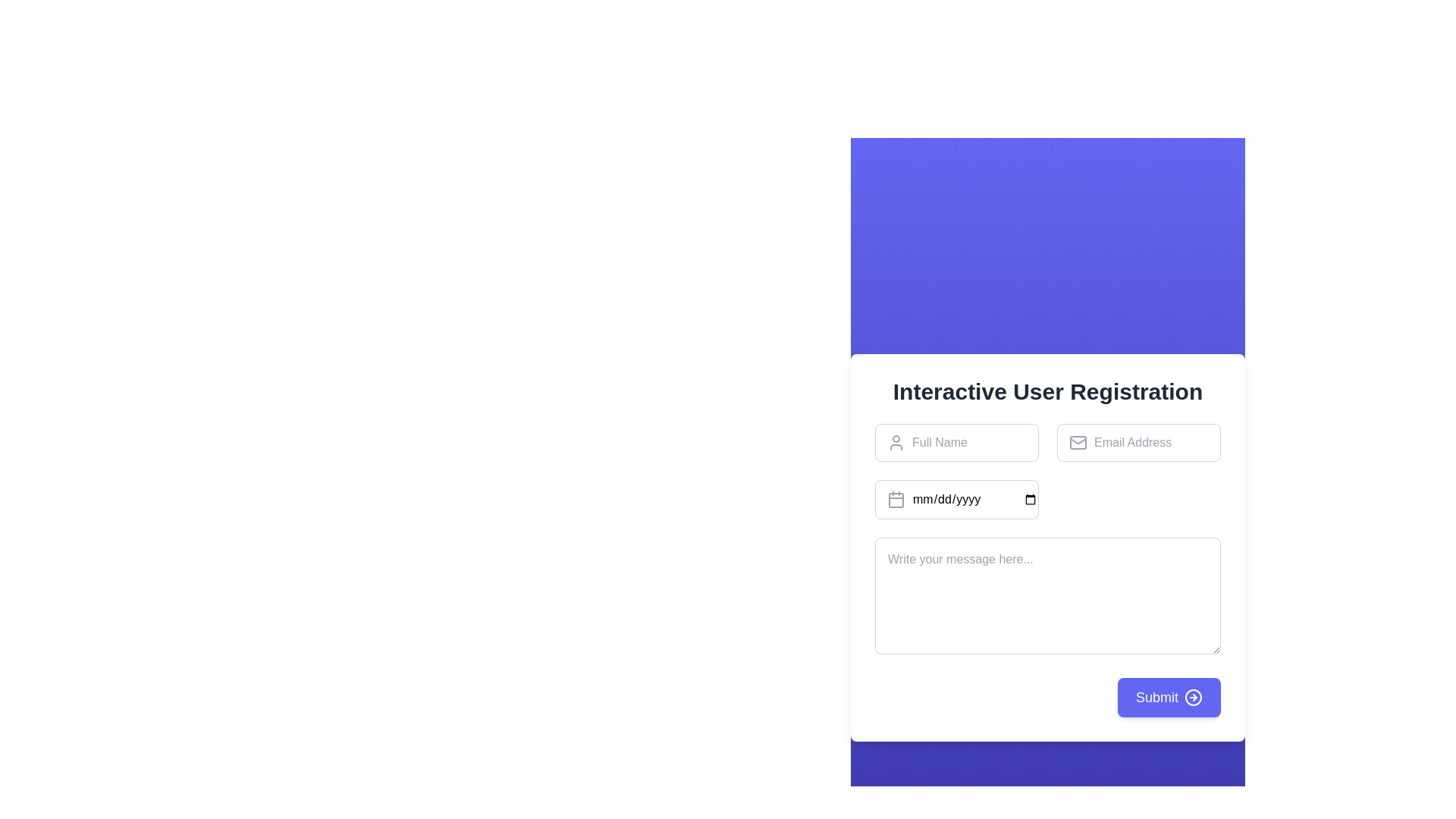  What do you see at coordinates (956, 499) in the screenshot?
I see `the date` at bounding box center [956, 499].